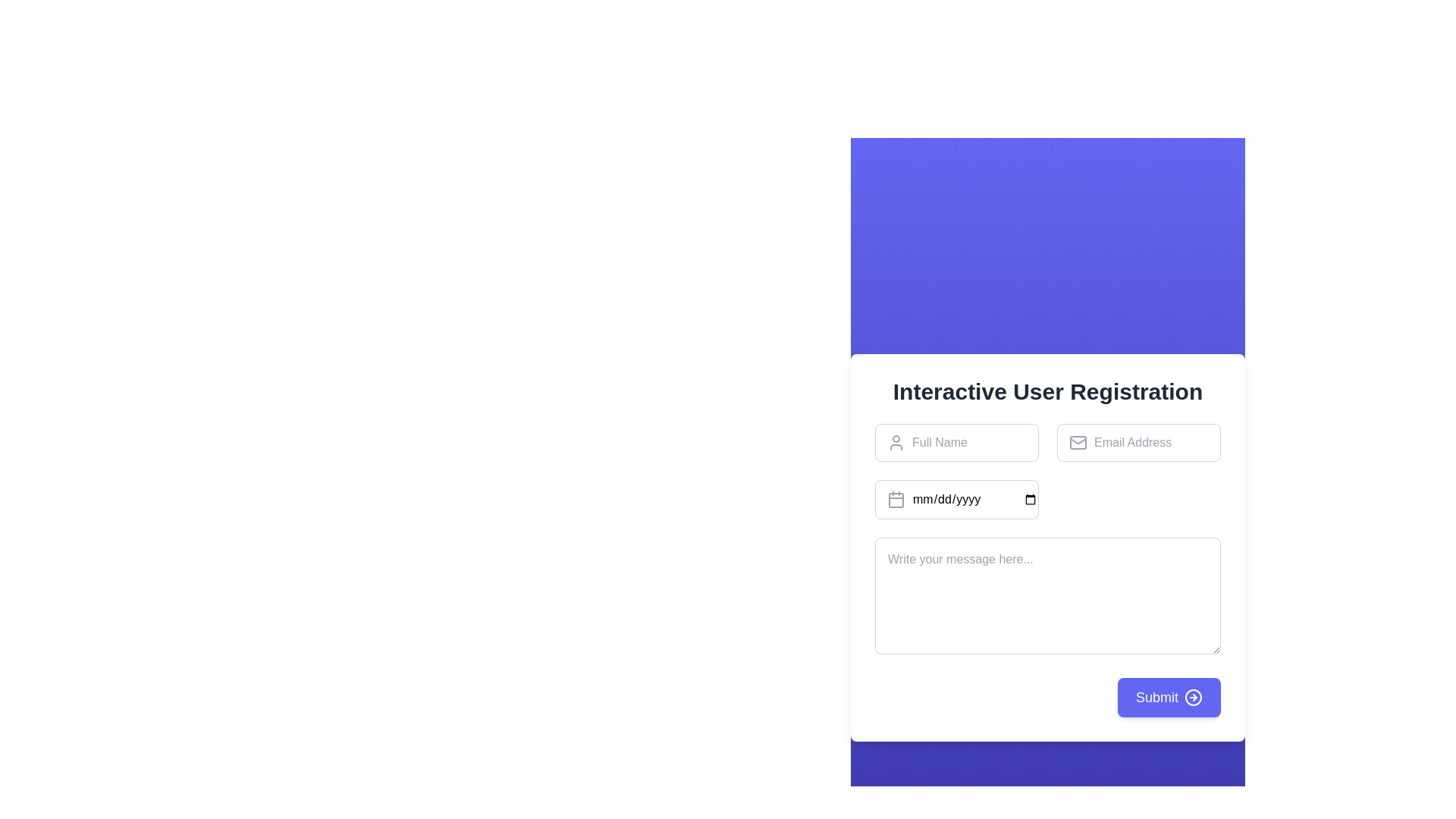  What do you see at coordinates (956, 499) in the screenshot?
I see `the date` at bounding box center [956, 499].